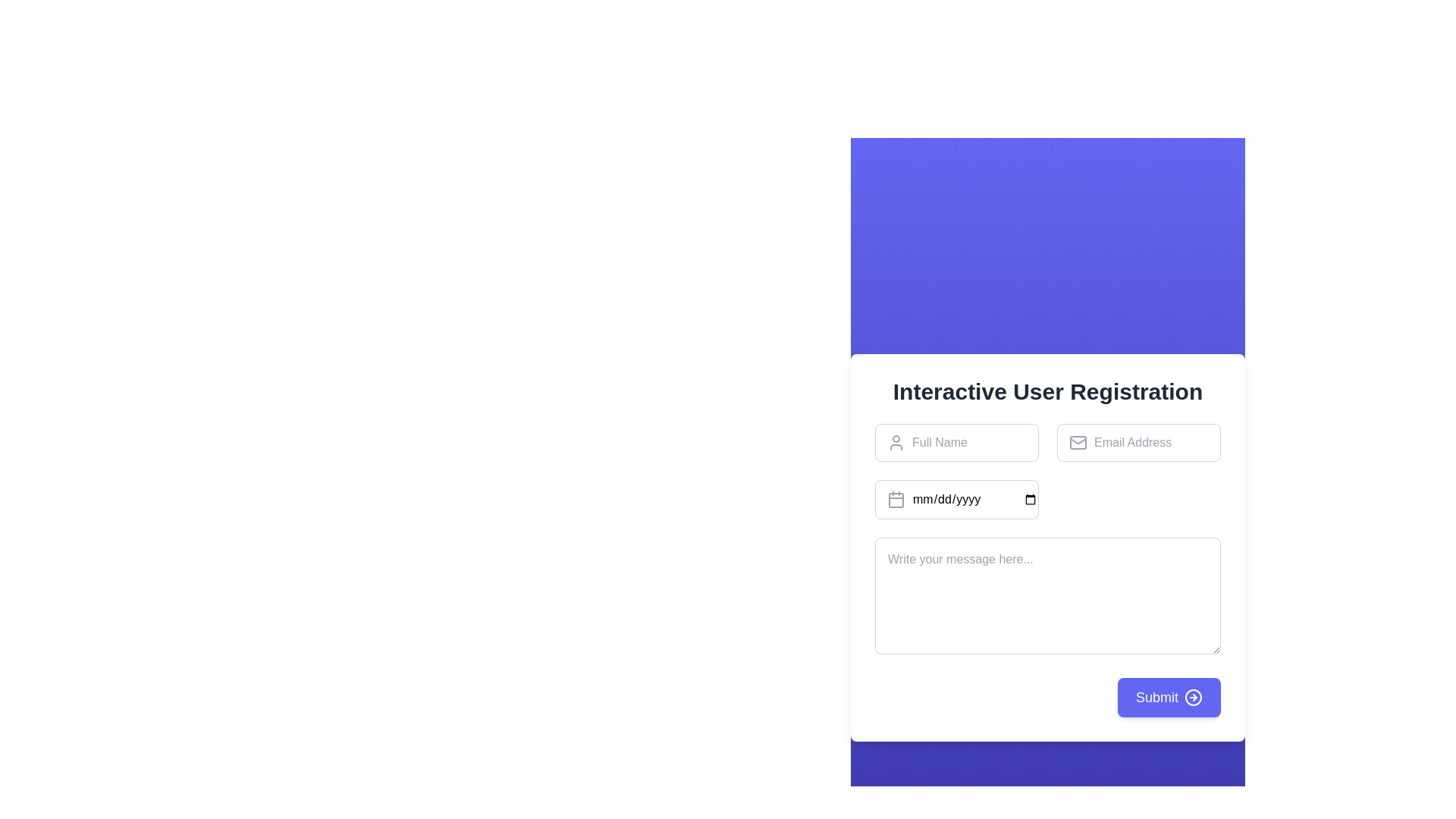  What do you see at coordinates (956, 499) in the screenshot?
I see `the date` at bounding box center [956, 499].